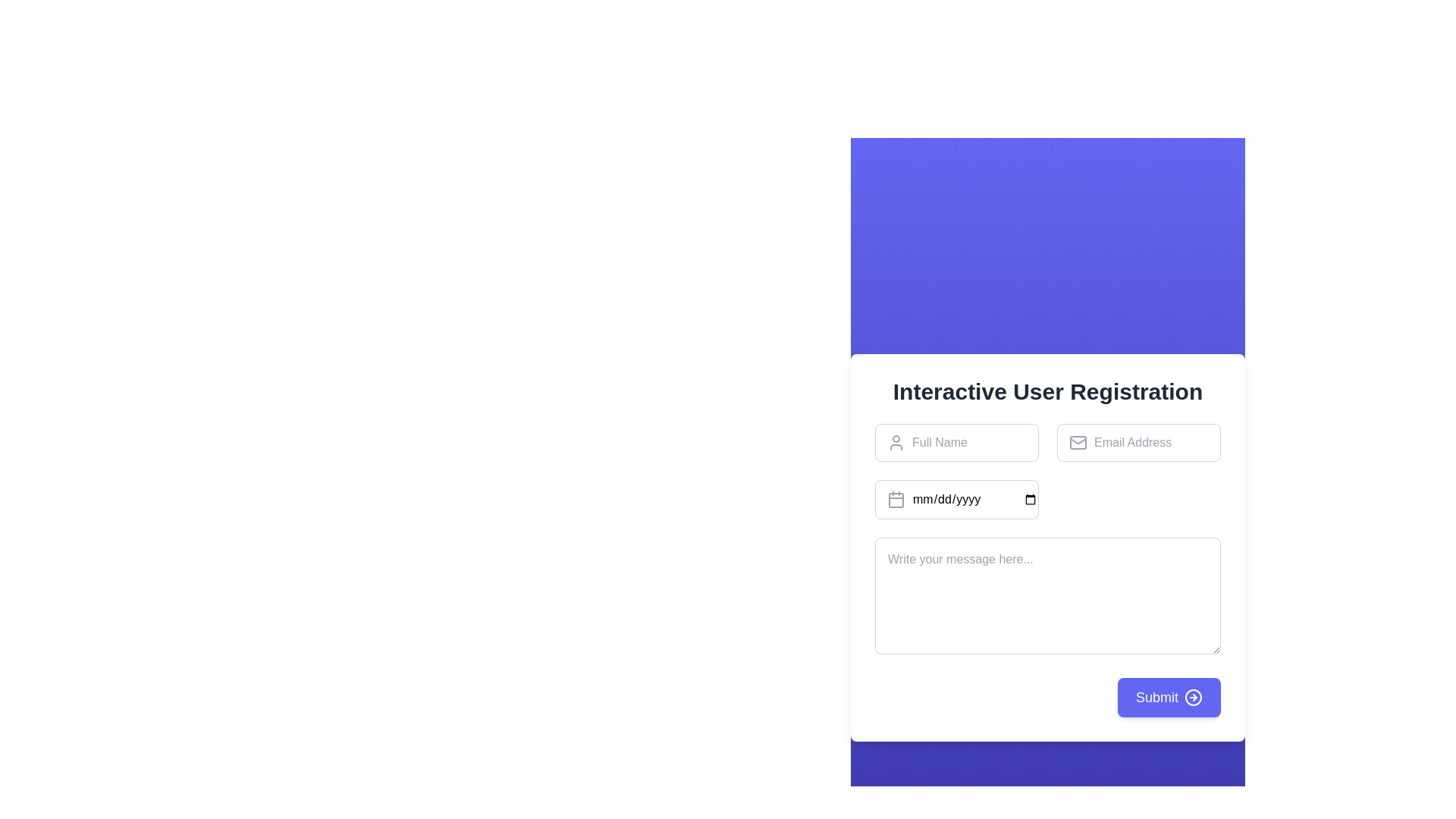  What do you see at coordinates (956, 499) in the screenshot?
I see `the date` at bounding box center [956, 499].